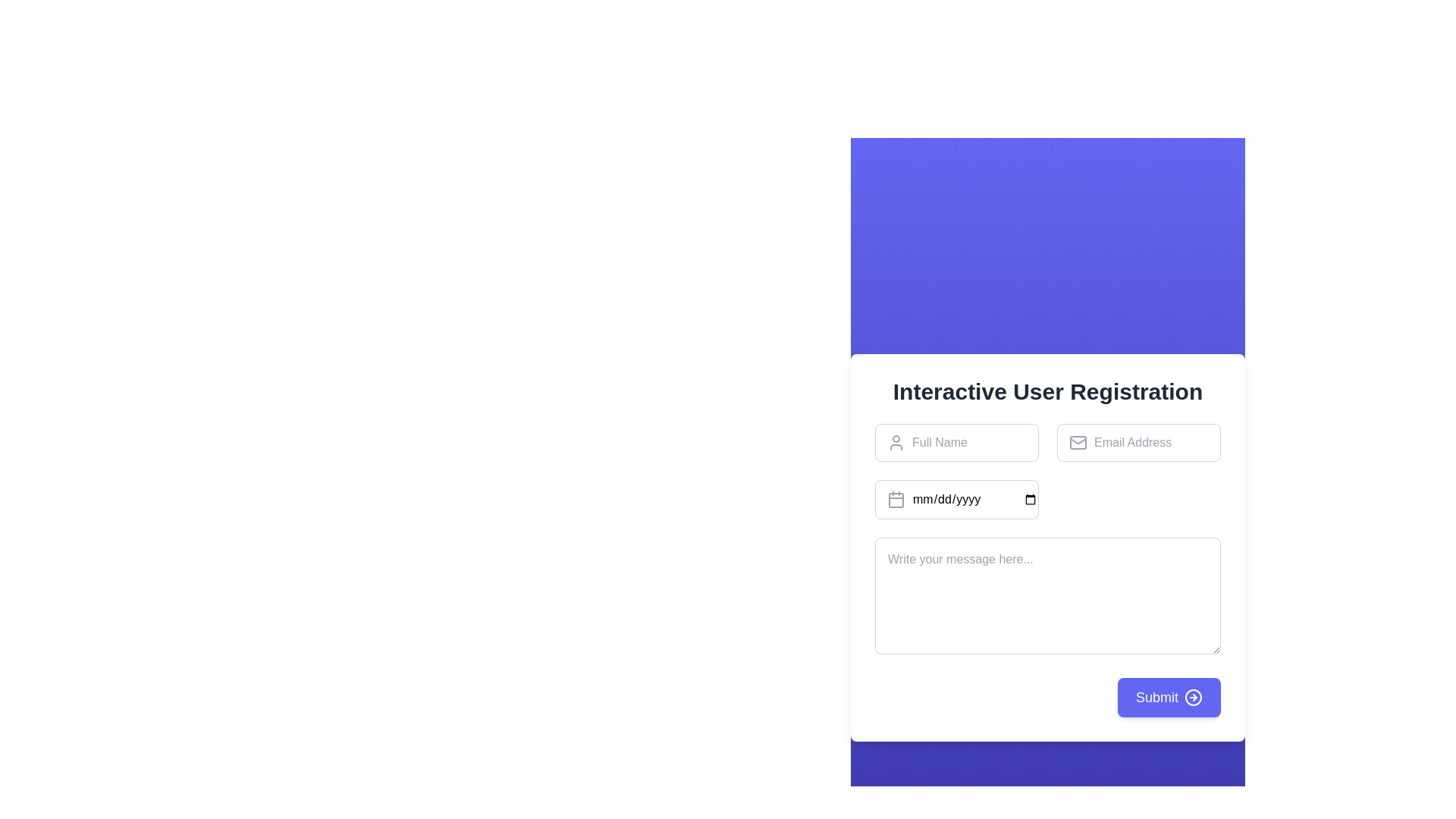  What do you see at coordinates (956, 499) in the screenshot?
I see `the date` at bounding box center [956, 499].